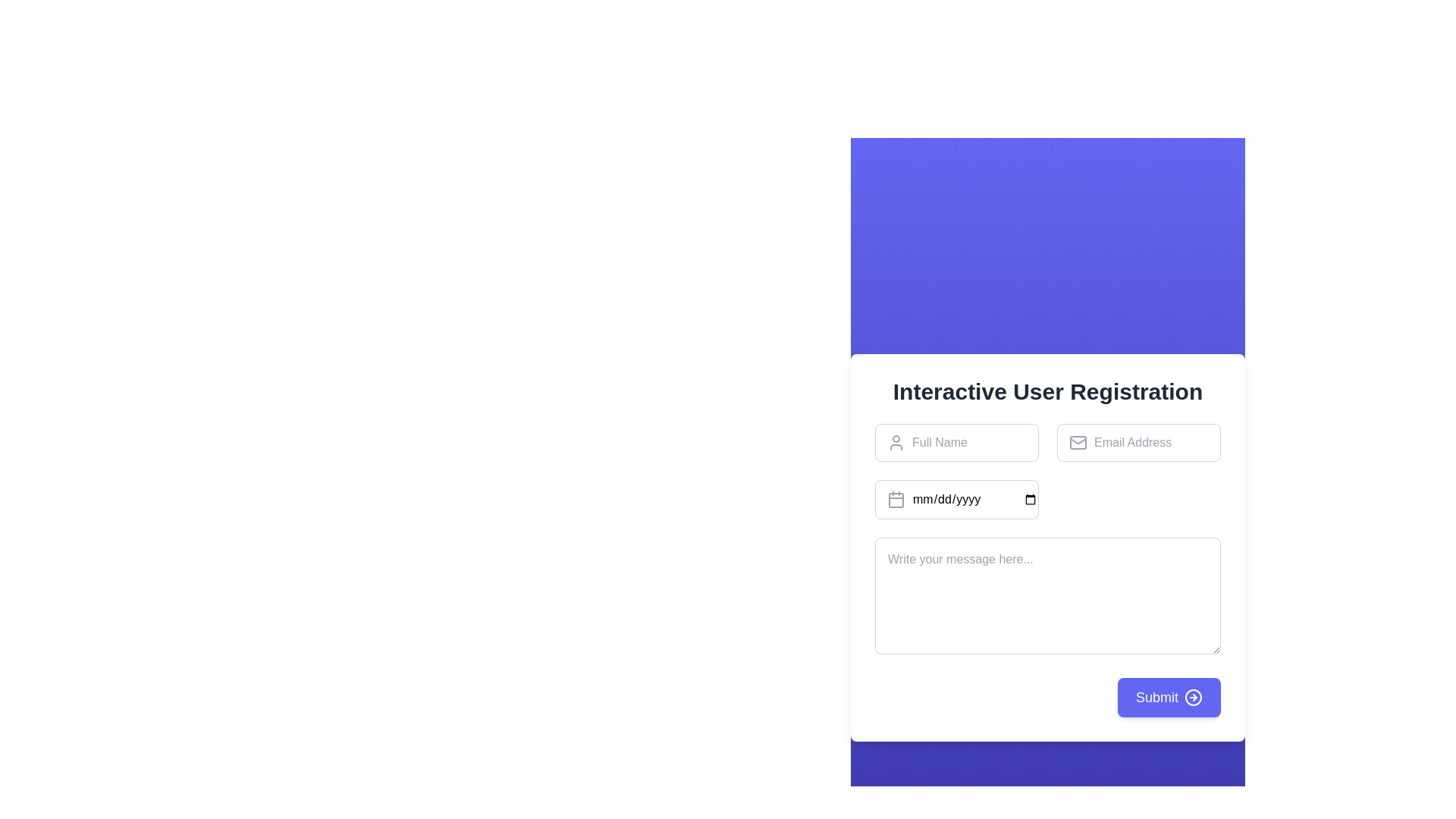  What do you see at coordinates (956, 499) in the screenshot?
I see `the date` at bounding box center [956, 499].